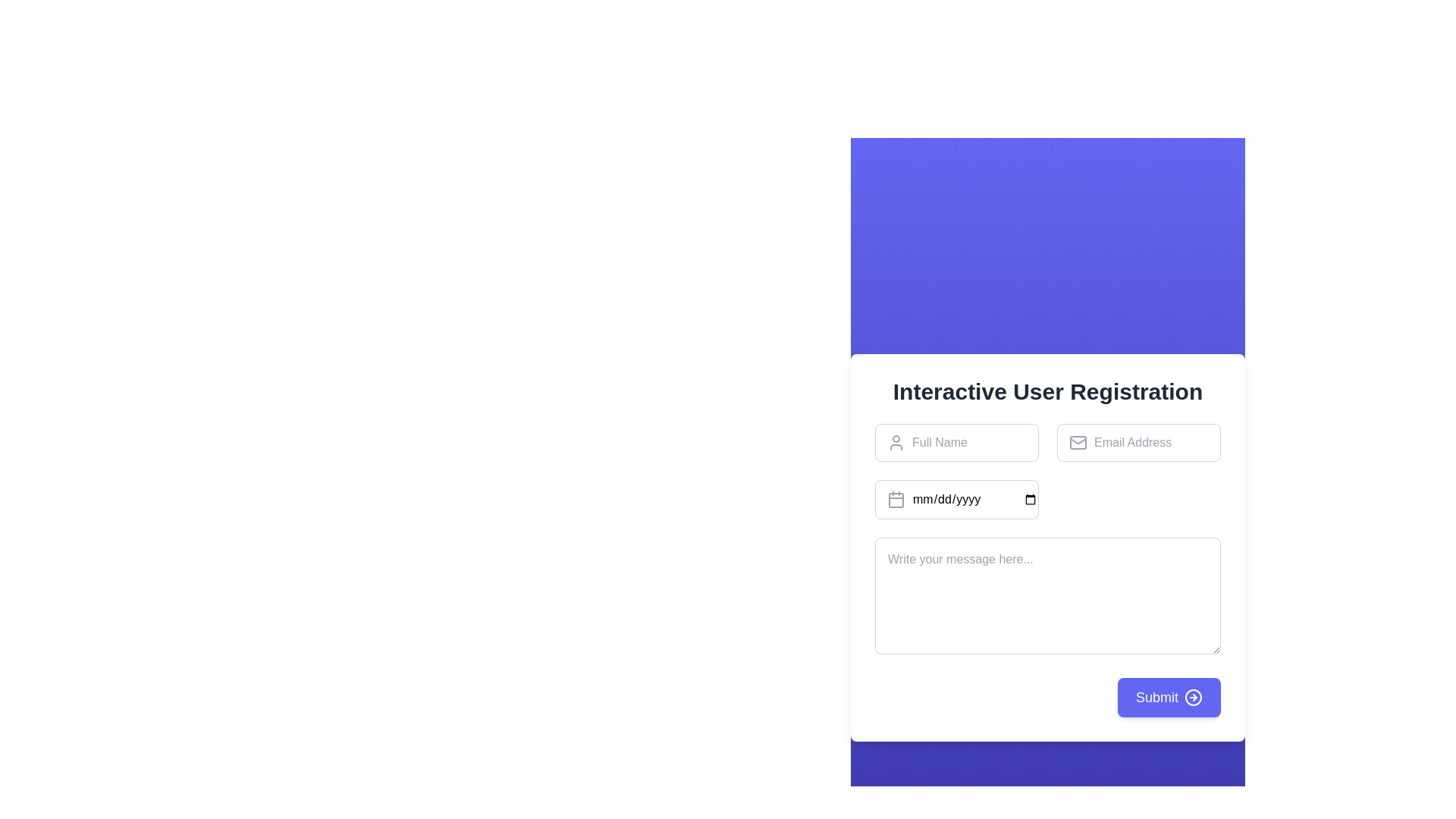  What do you see at coordinates (956, 499) in the screenshot?
I see `the date` at bounding box center [956, 499].